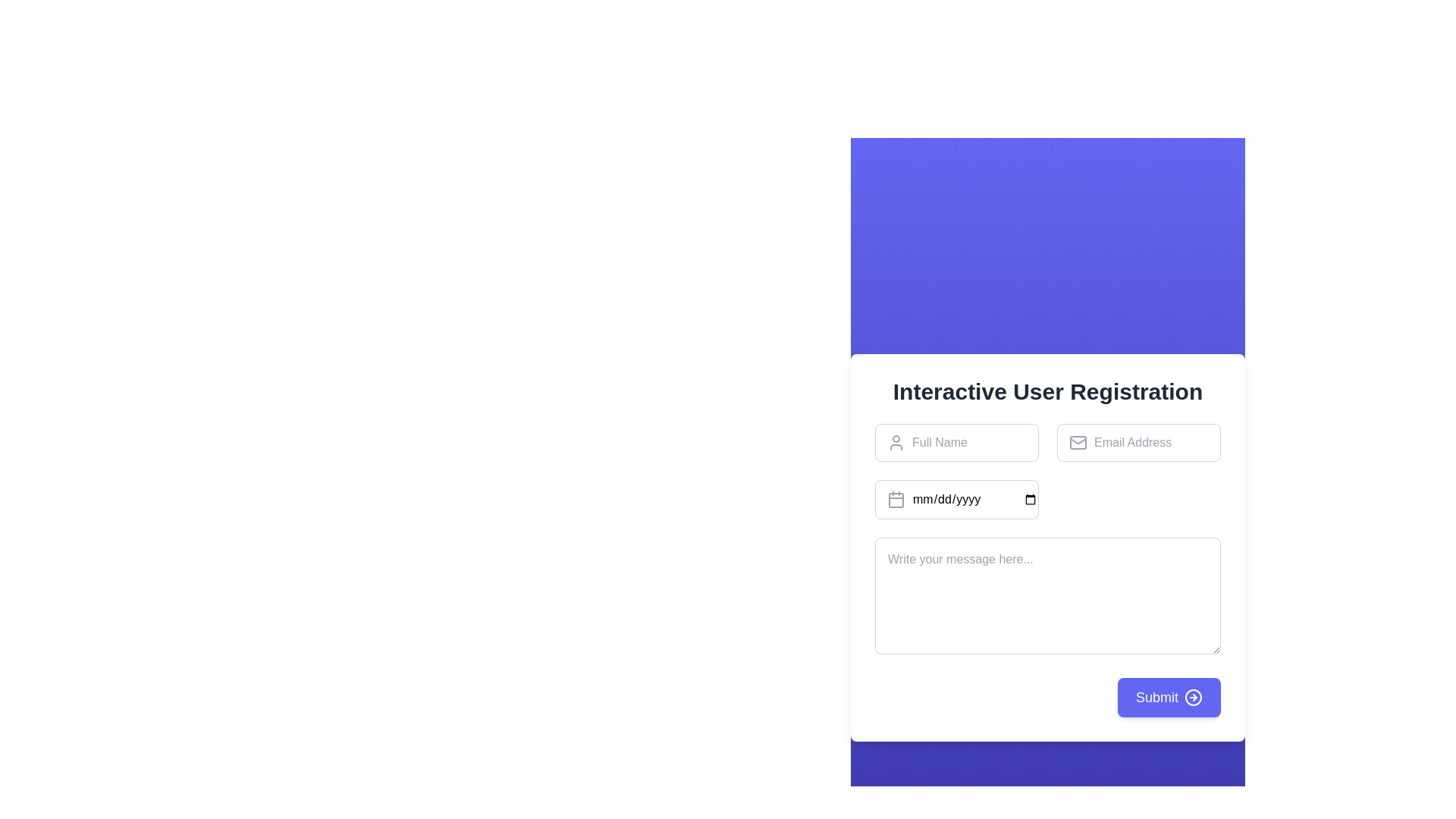  What do you see at coordinates (956, 499) in the screenshot?
I see `the date` at bounding box center [956, 499].